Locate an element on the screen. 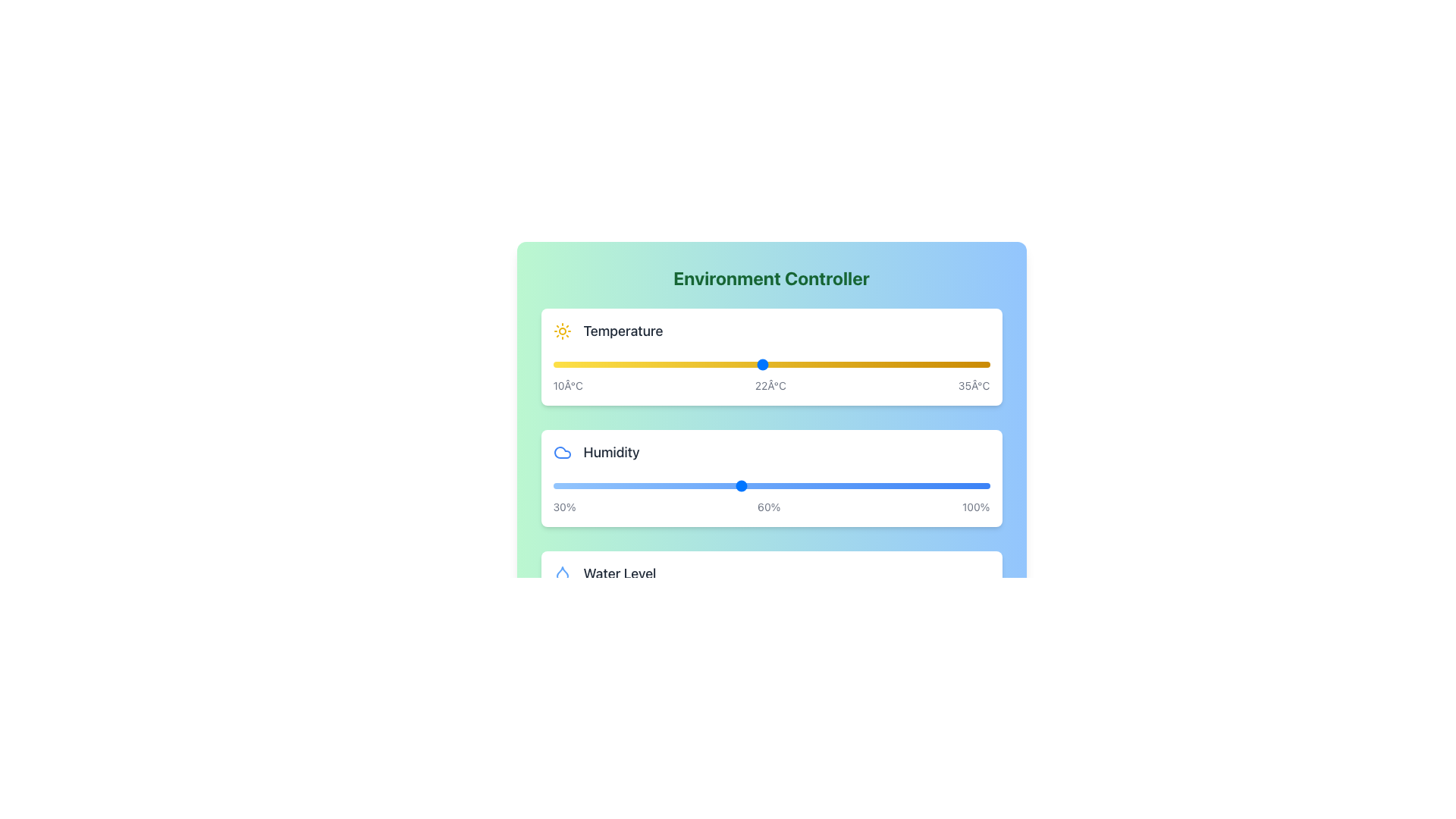  humidity is located at coordinates (746, 485).